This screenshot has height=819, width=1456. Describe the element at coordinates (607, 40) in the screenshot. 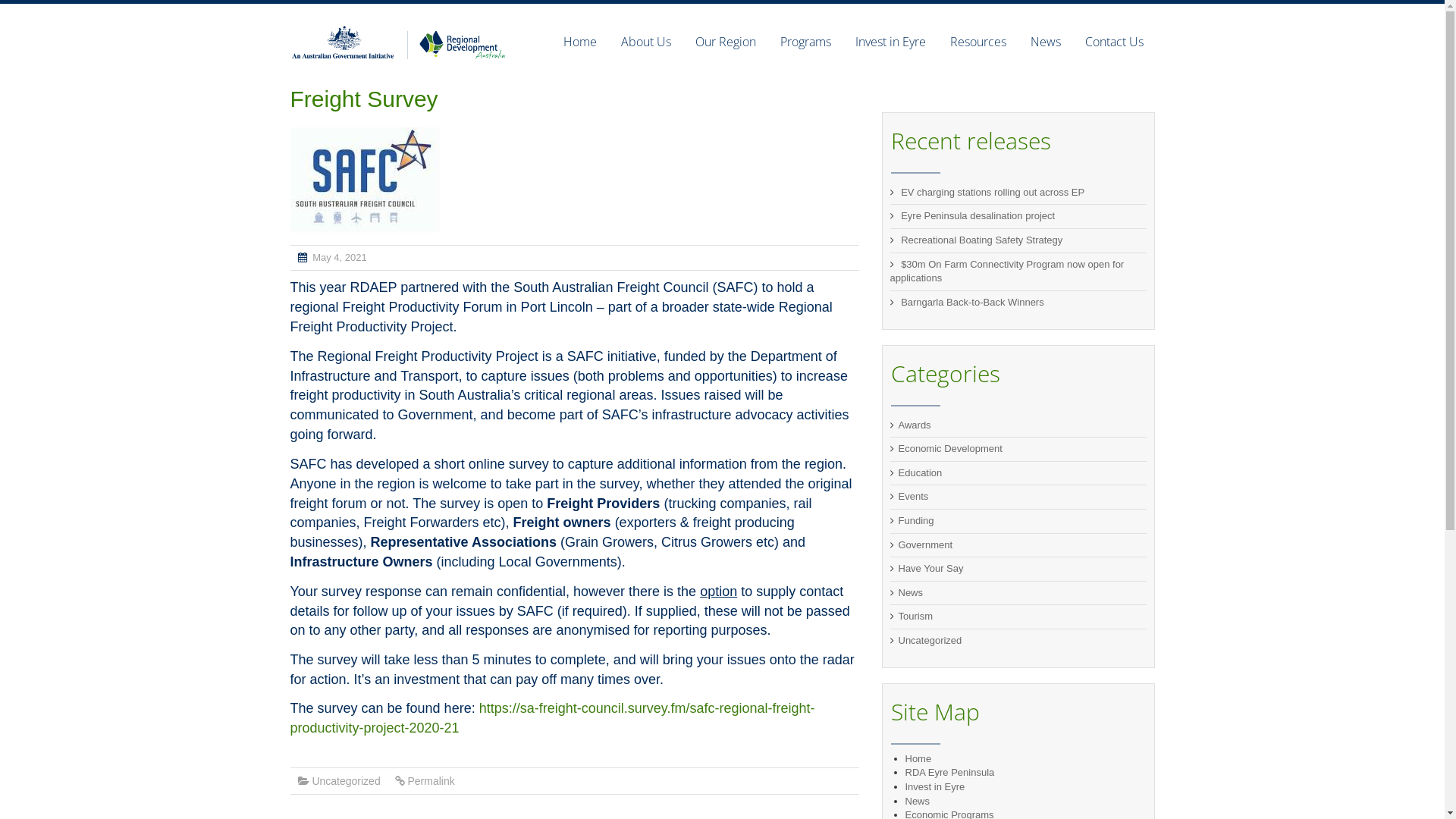

I see `'About Us'` at that location.